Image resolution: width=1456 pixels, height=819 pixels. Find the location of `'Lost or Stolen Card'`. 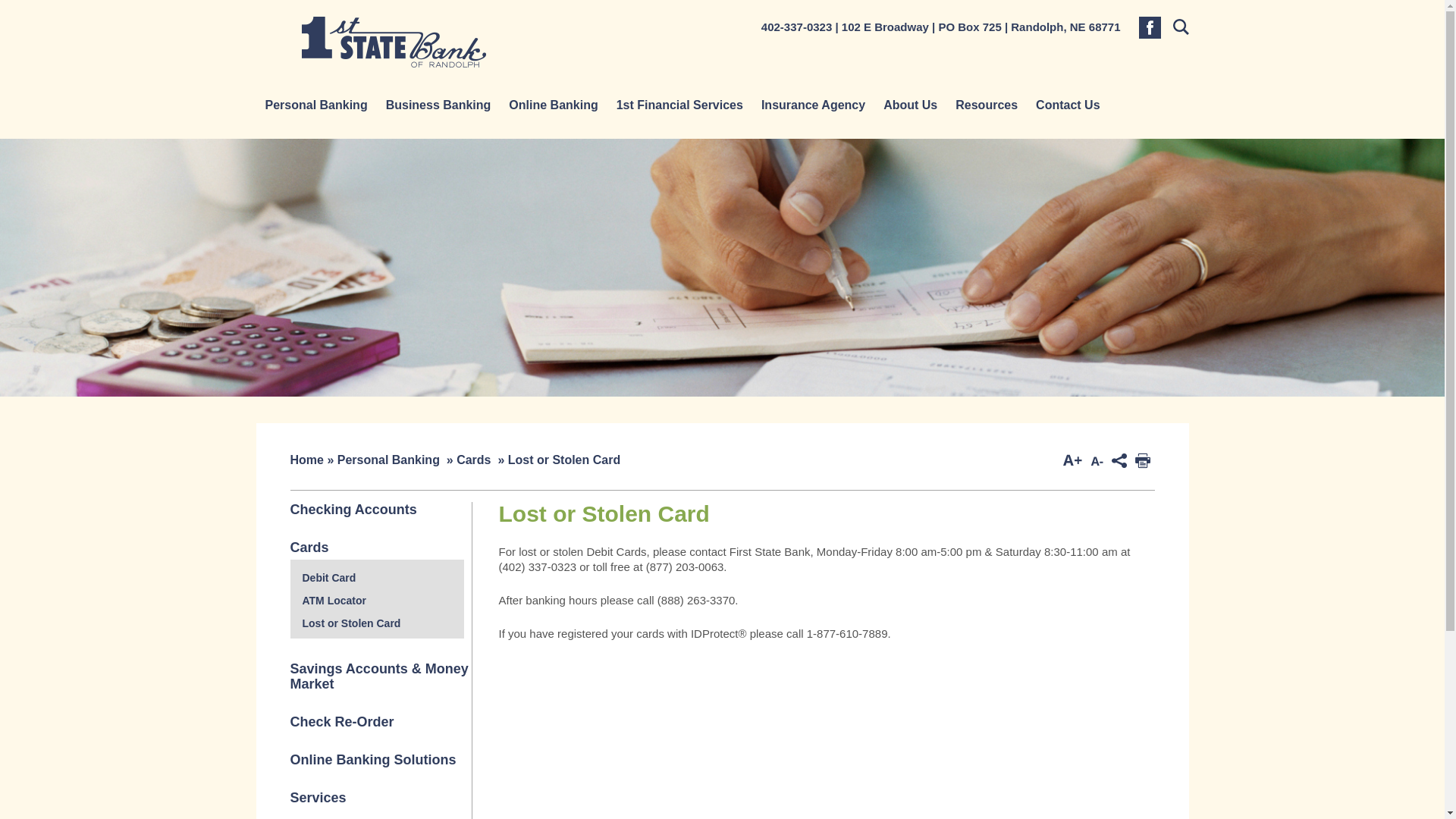

'Lost or Stolen Card' is located at coordinates (563, 459).